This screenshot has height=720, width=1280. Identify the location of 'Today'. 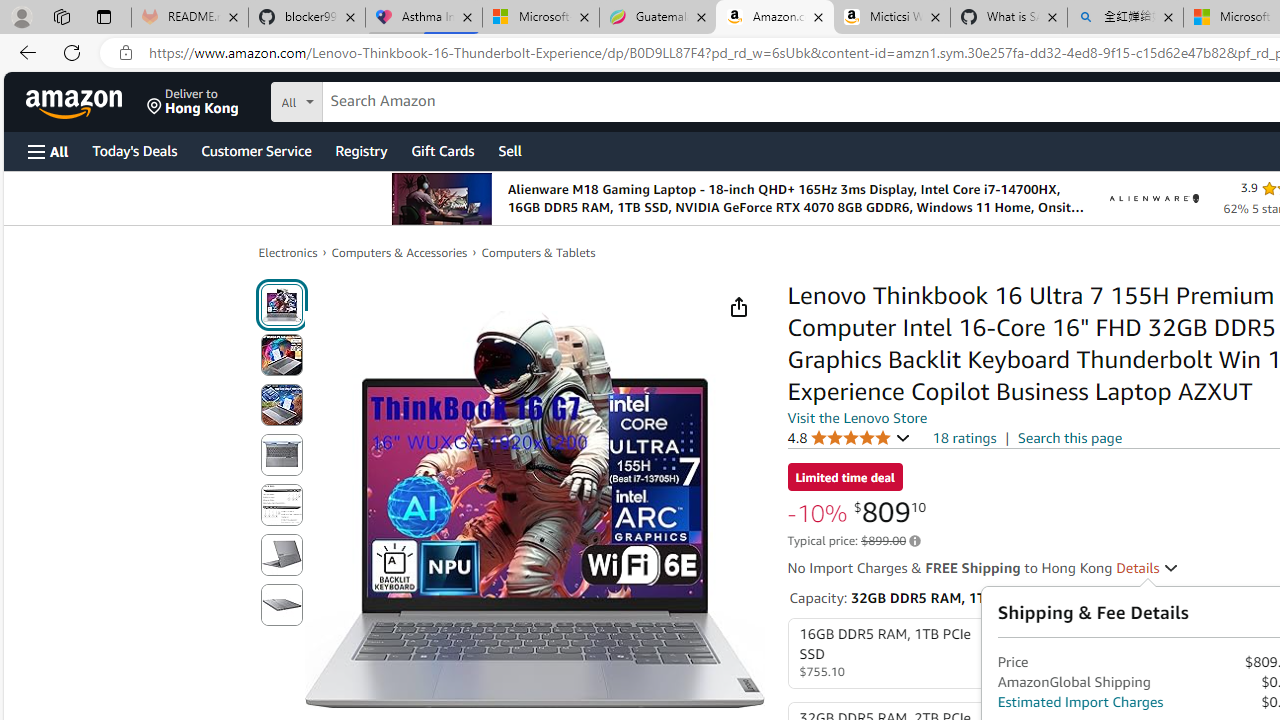
(133, 149).